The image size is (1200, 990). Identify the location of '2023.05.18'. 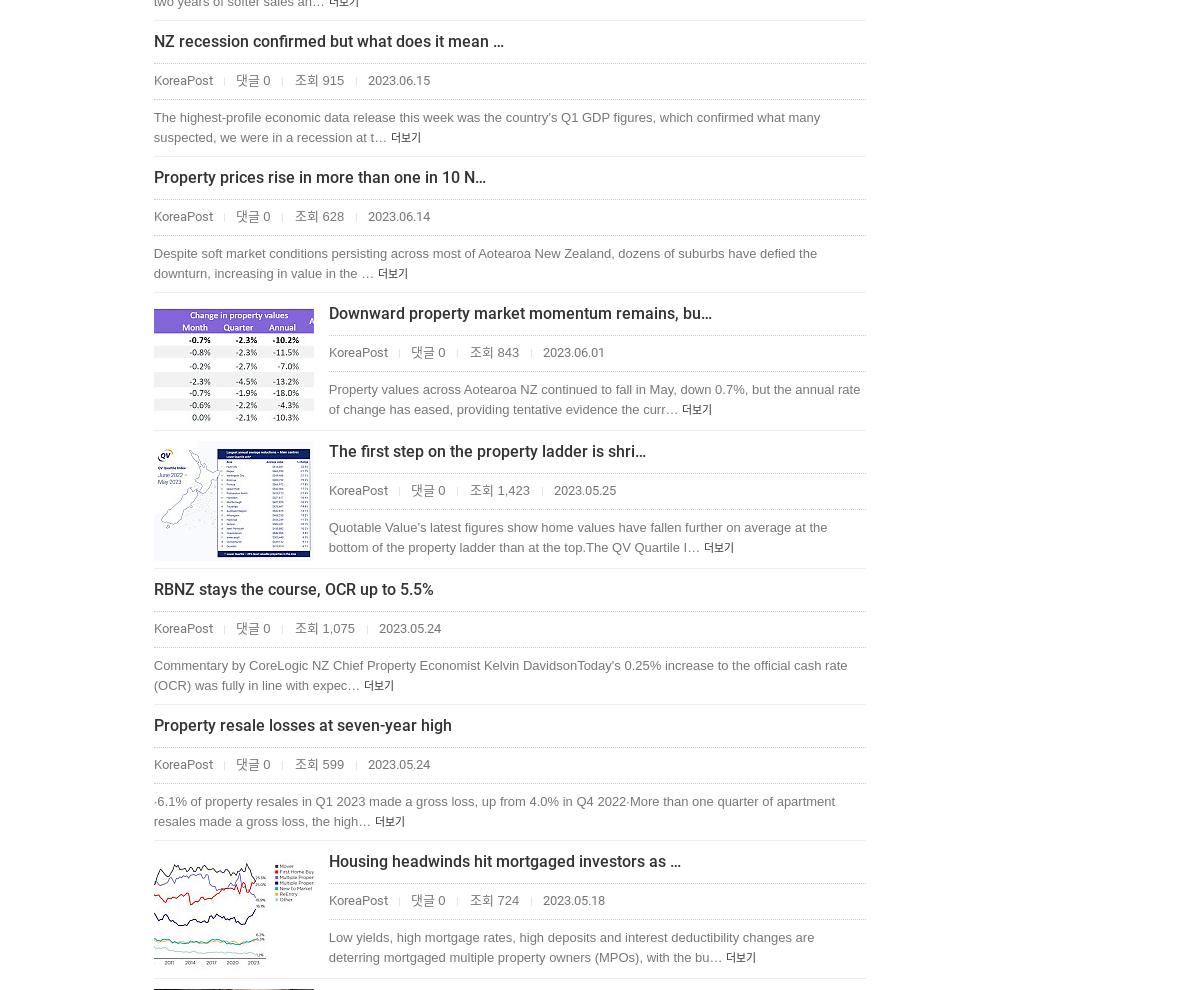
(570, 899).